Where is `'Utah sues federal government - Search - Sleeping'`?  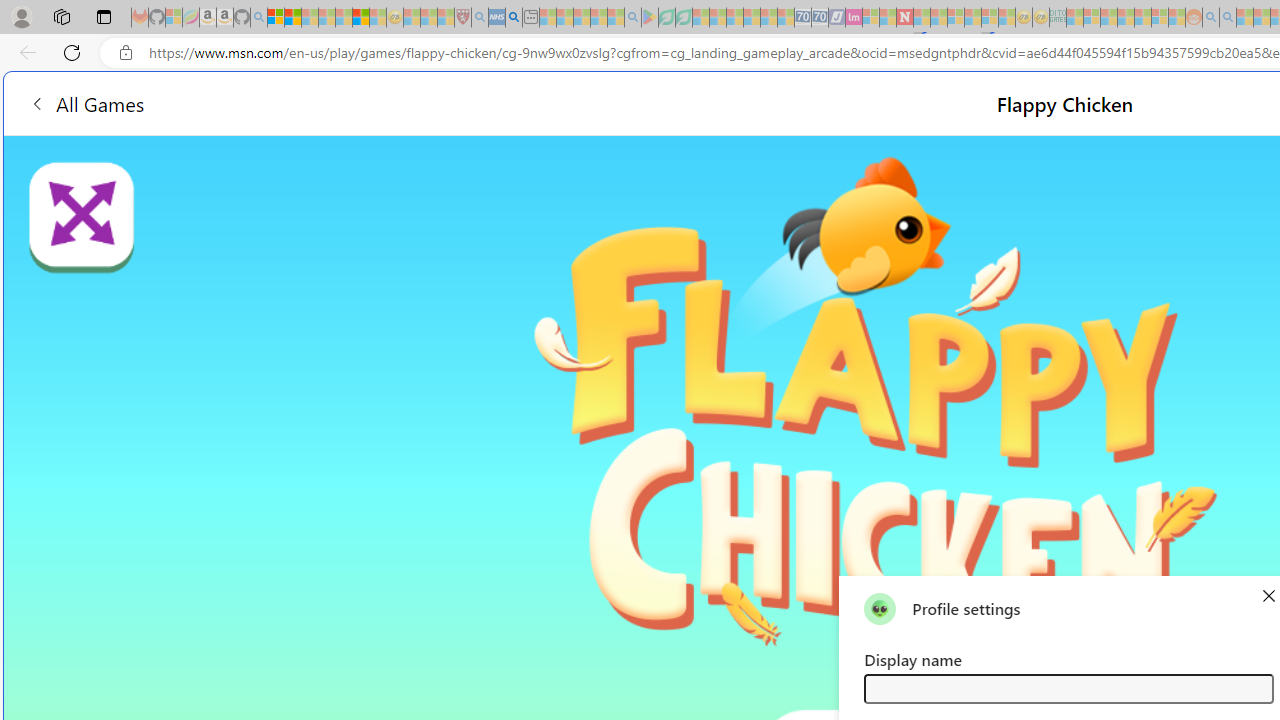
'Utah sues federal government - Search - Sleeping' is located at coordinates (1227, 17).